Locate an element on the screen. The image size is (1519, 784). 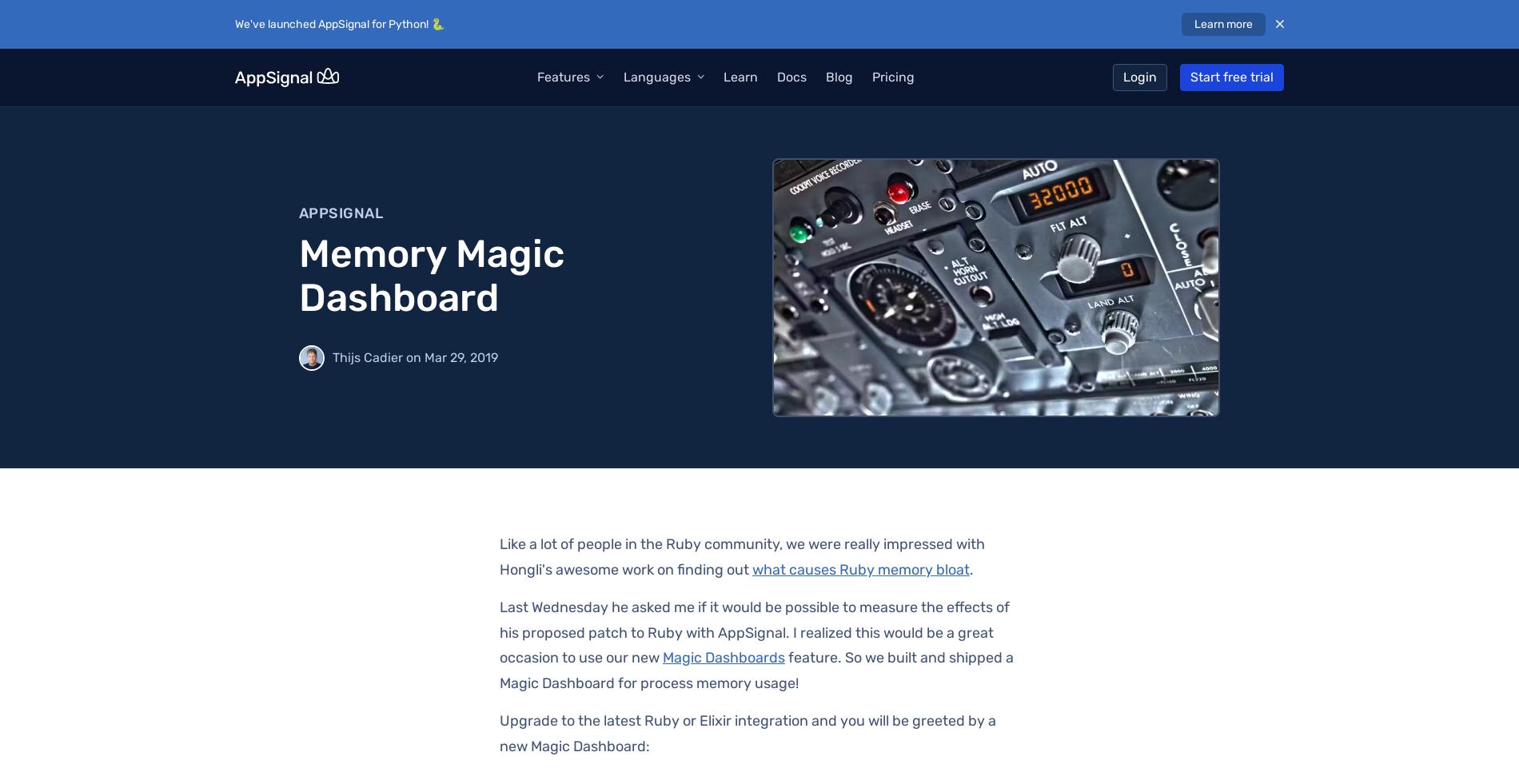
'Magic Dashboards' is located at coordinates (723, 657).